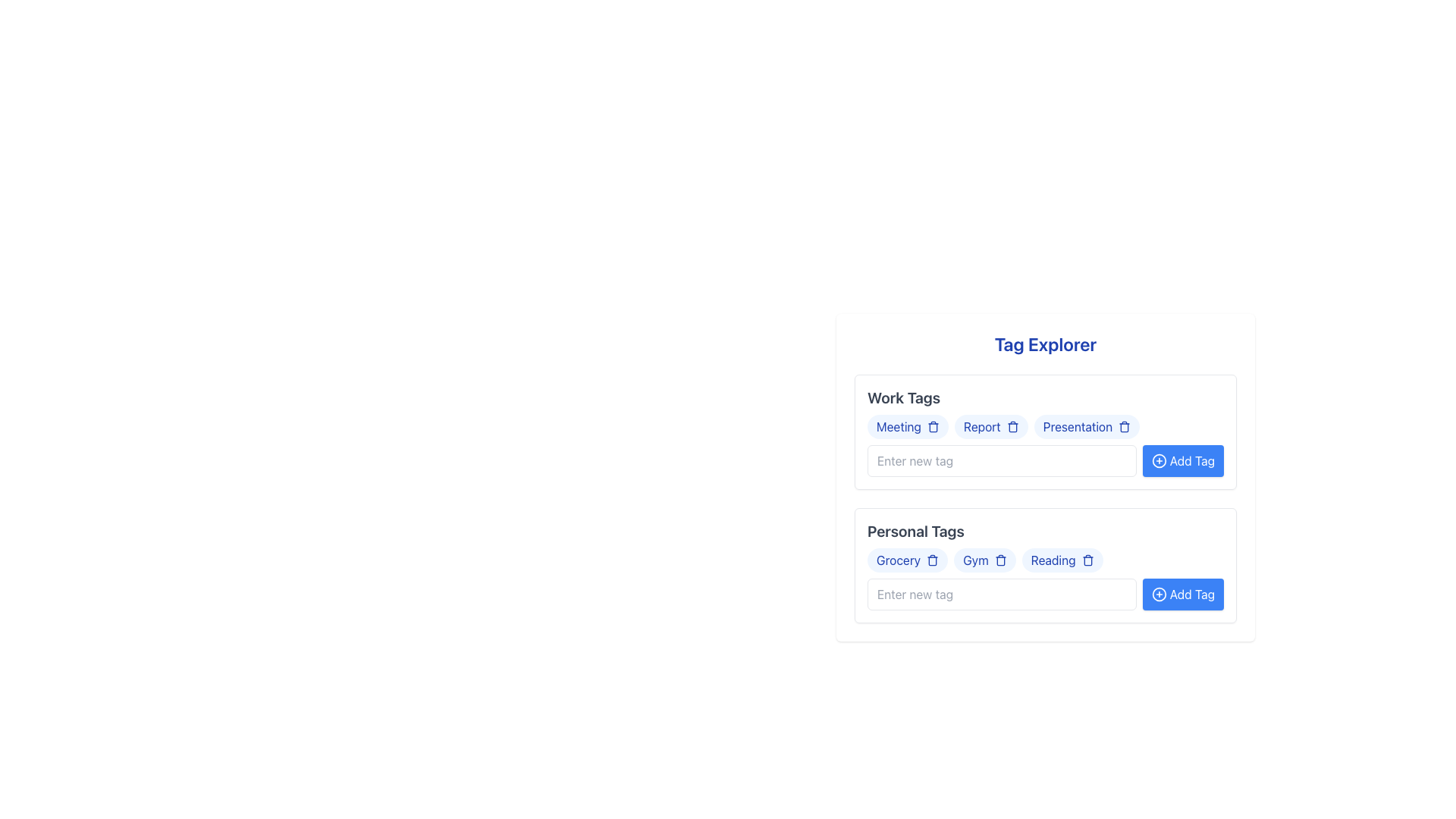  Describe the element at coordinates (907, 560) in the screenshot. I see `the delete icon on the 'Grocery' tag chip located in the 'Personal Tags' section` at that location.